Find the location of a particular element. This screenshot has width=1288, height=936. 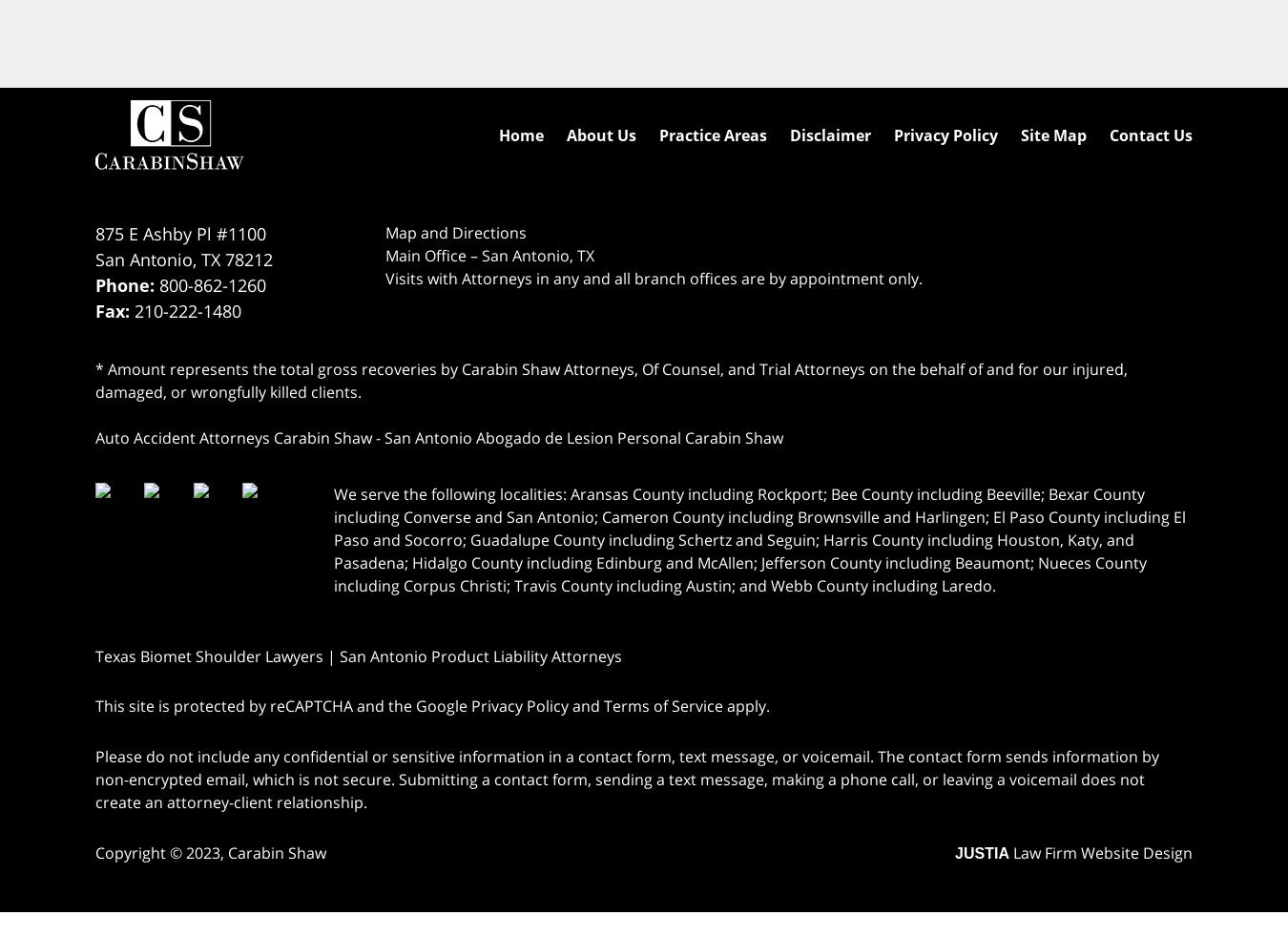

'Cameron County including Brownsville and Harlingen; El Paso County including El Paso and Socorro; Guadalupe County including Schertz and Seguin; Harris County including Houston, Katy, and Pasadena; Hidalgo County including Edinburg and McAllen; Jefferson County including Beaumont; Nueces County including Corpus Christi; Travis County including Austin; and Webb County including Laredo.' is located at coordinates (759, 551).